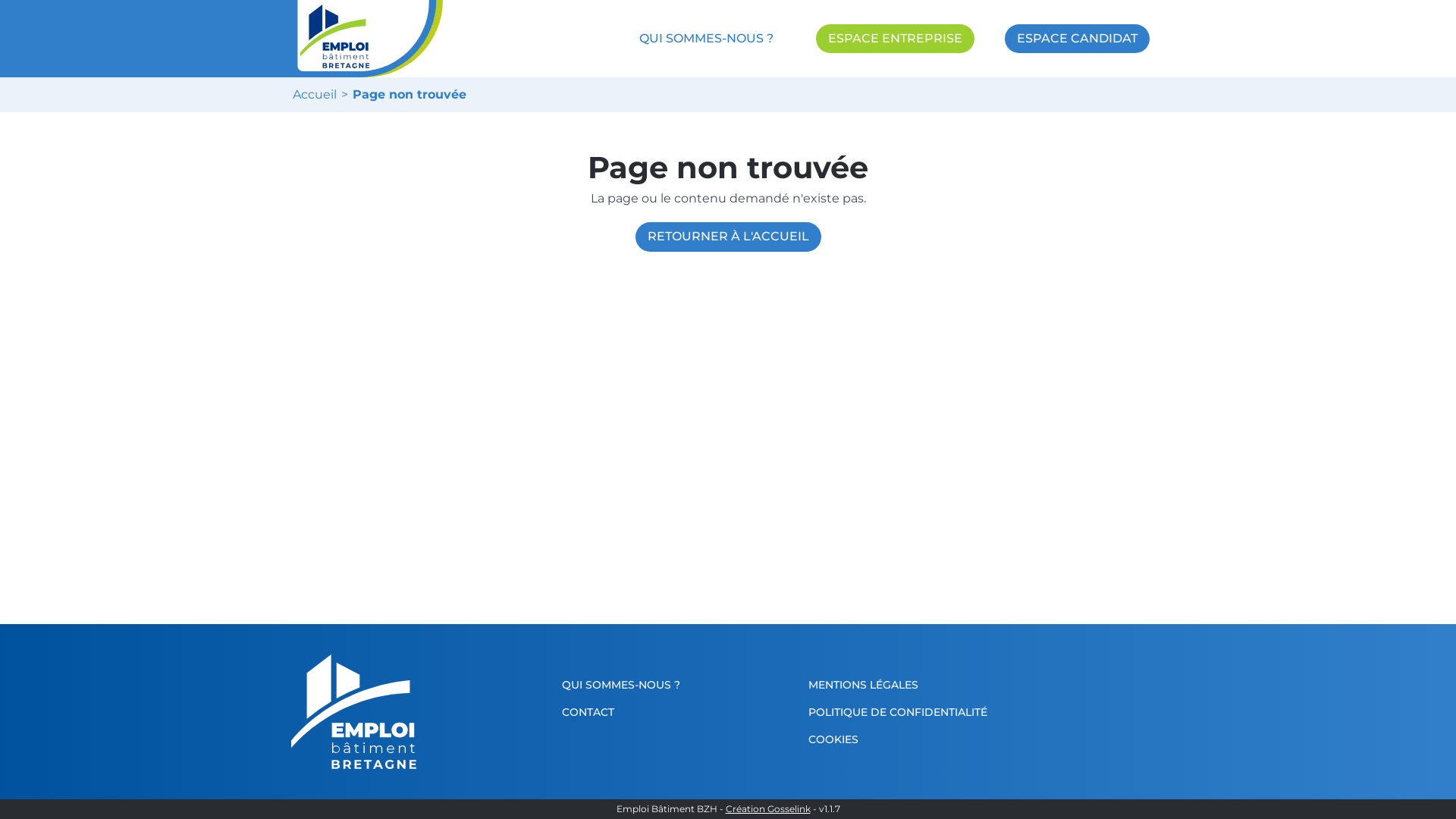 This screenshot has height=819, width=1456. I want to click on 'ESPACE CANDIDAT', so click(1076, 37).